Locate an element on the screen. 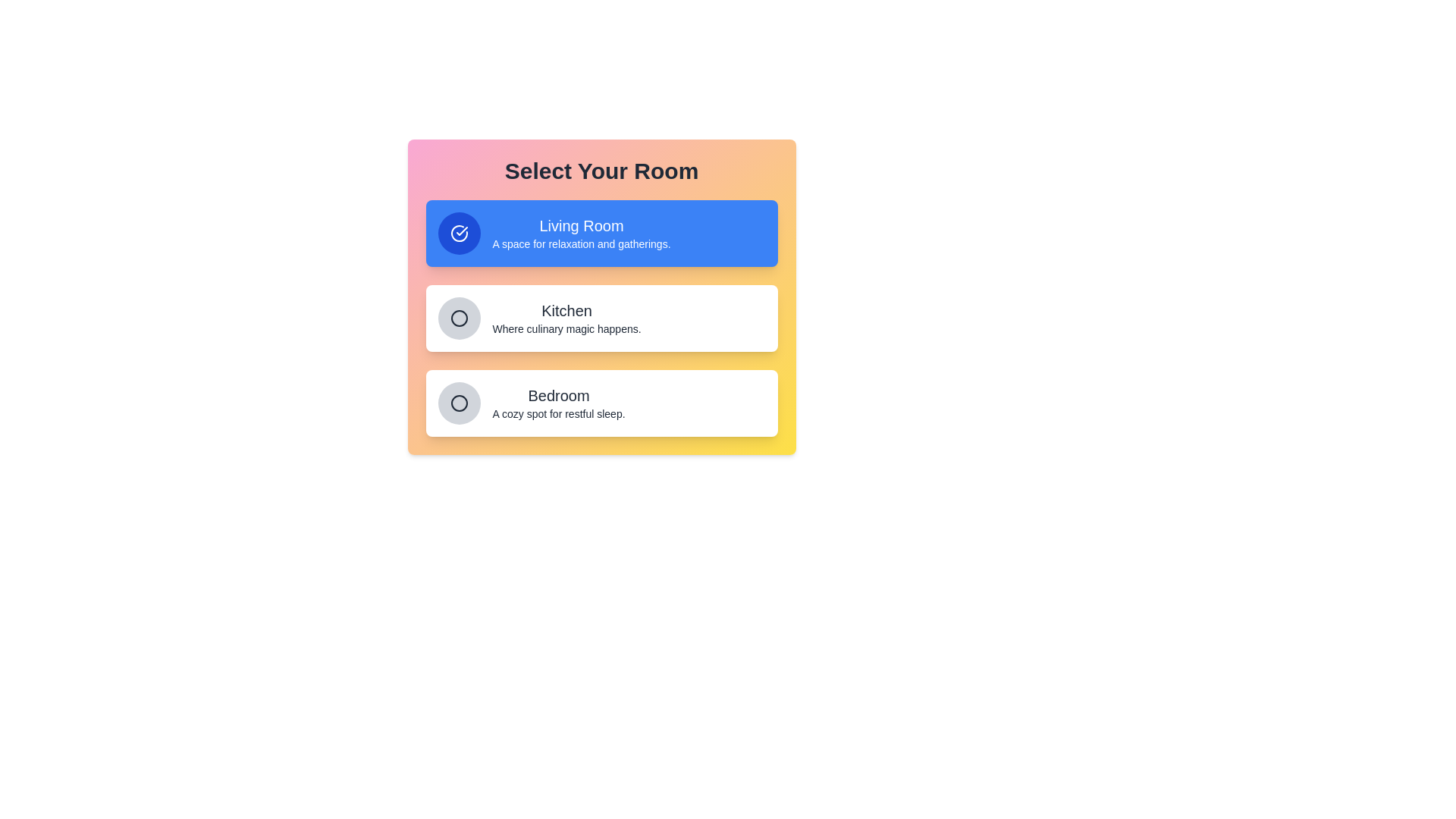 This screenshot has height=819, width=1456. the 'Kitchen' text label, which is displayed in a bold and large font style, positioned between 'Living Room' and 'Bedroom' sections is located at coordinates (566, 309).